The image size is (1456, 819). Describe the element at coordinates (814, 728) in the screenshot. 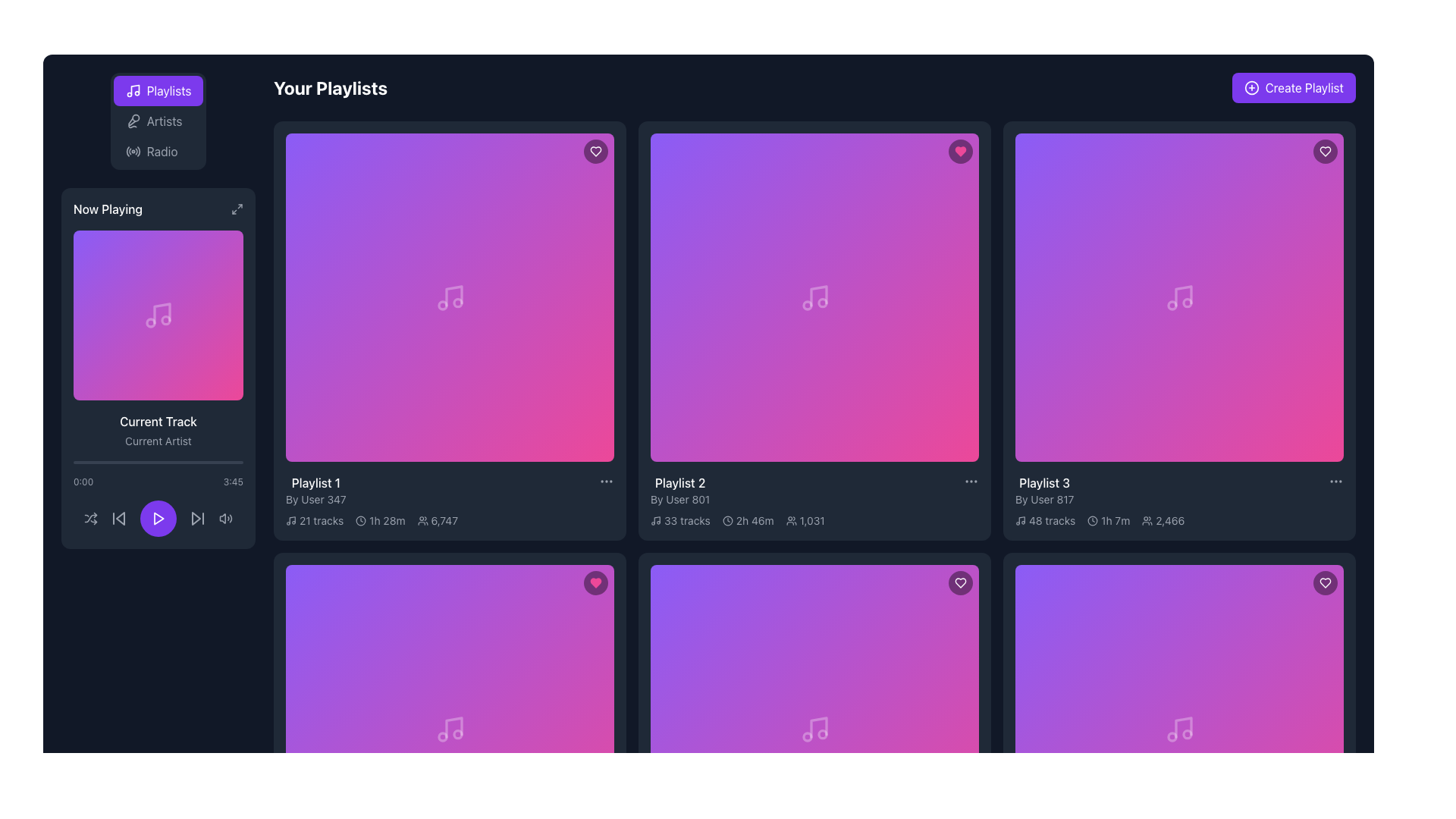

I see `the circular violet button with a play icon located at the center of the sixth playlist card to play the playlist` at that location.